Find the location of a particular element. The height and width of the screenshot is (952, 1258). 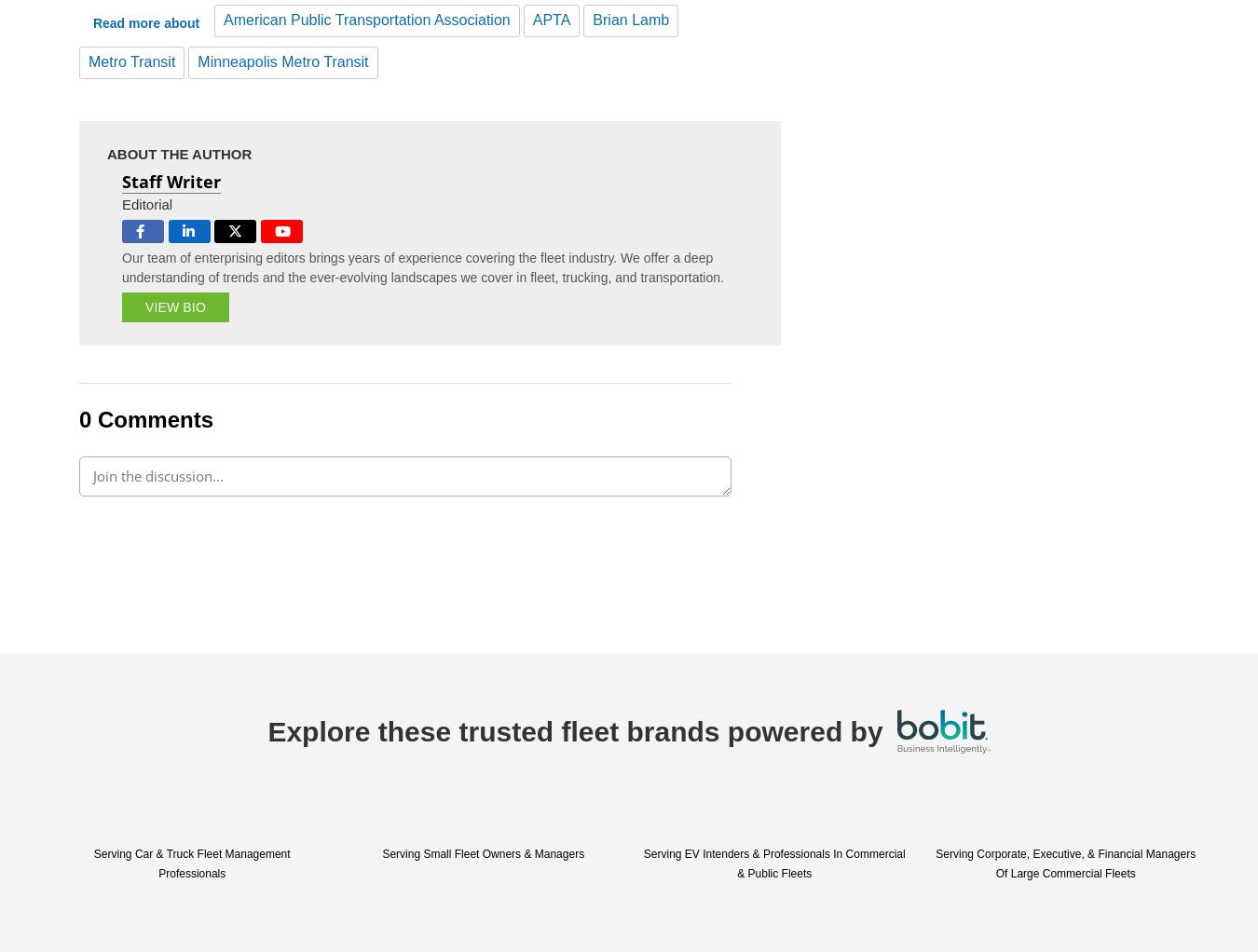

'Explore these trusted fleet brands powered by' is located at coordinates (267, 731).